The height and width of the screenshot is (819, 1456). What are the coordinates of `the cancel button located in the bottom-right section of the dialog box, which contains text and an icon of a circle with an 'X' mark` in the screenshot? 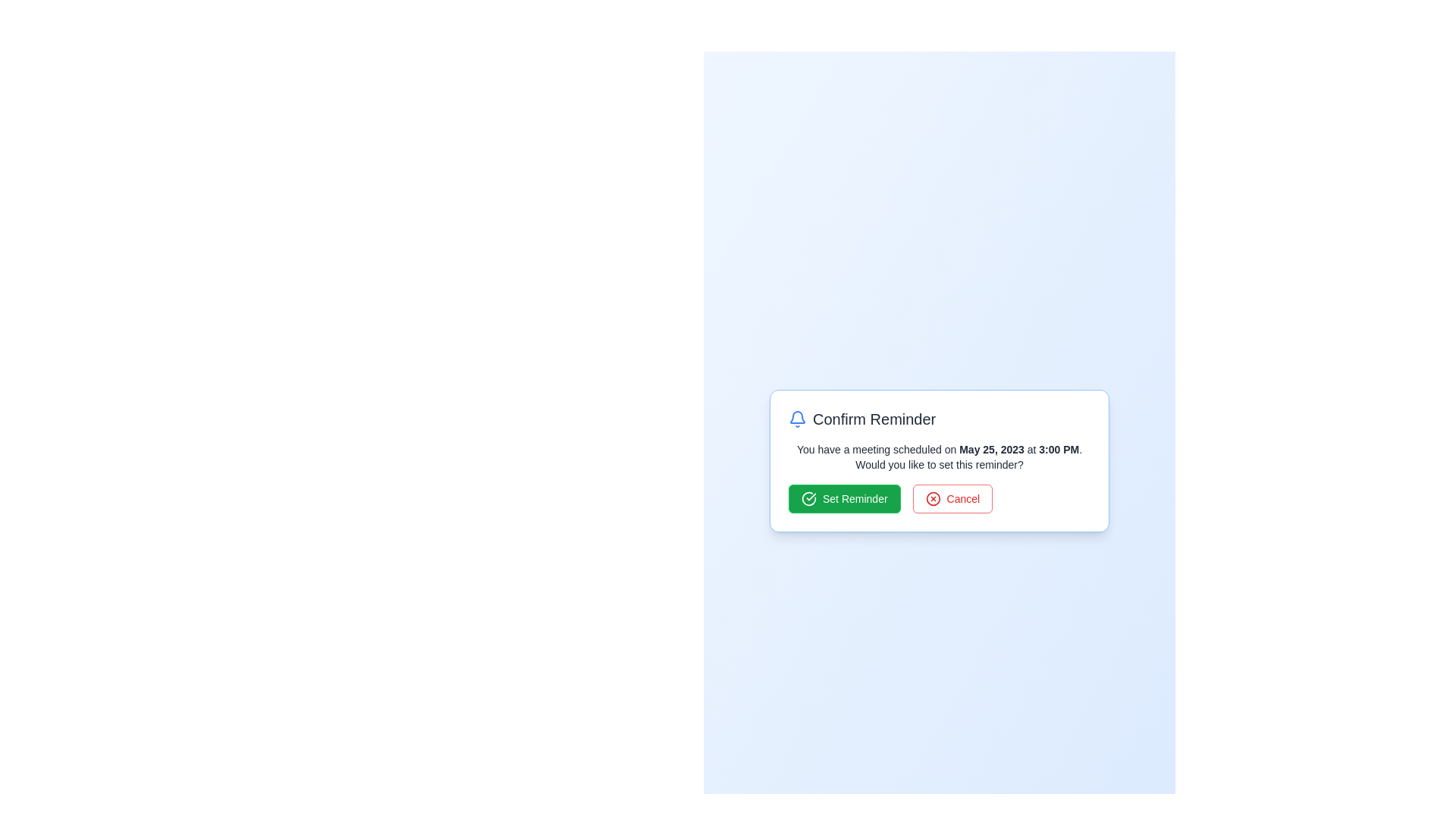 It's located at (962, 499).